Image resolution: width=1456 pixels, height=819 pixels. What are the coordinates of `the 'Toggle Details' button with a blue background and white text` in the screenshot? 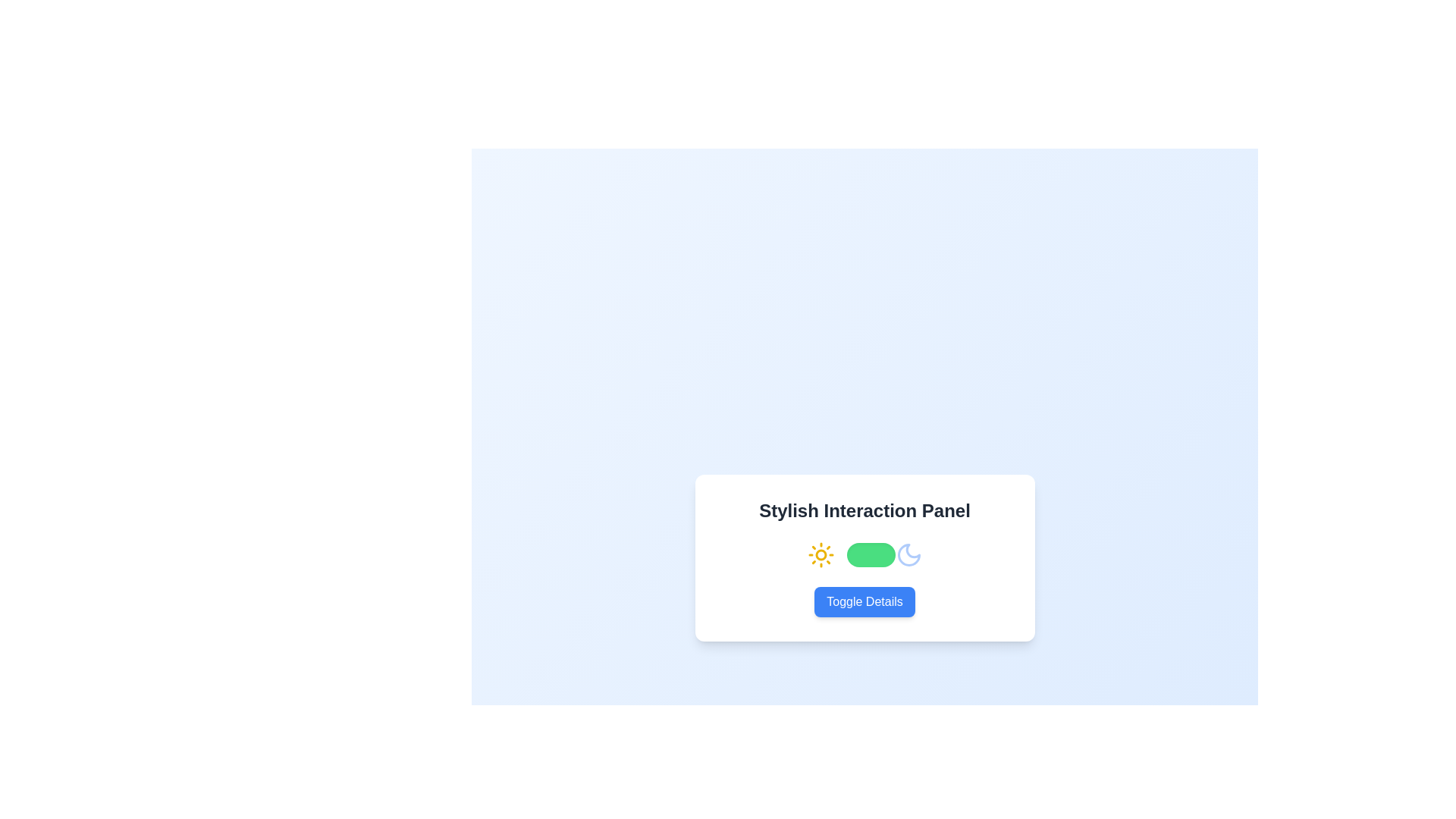 It's located at (864, 601).